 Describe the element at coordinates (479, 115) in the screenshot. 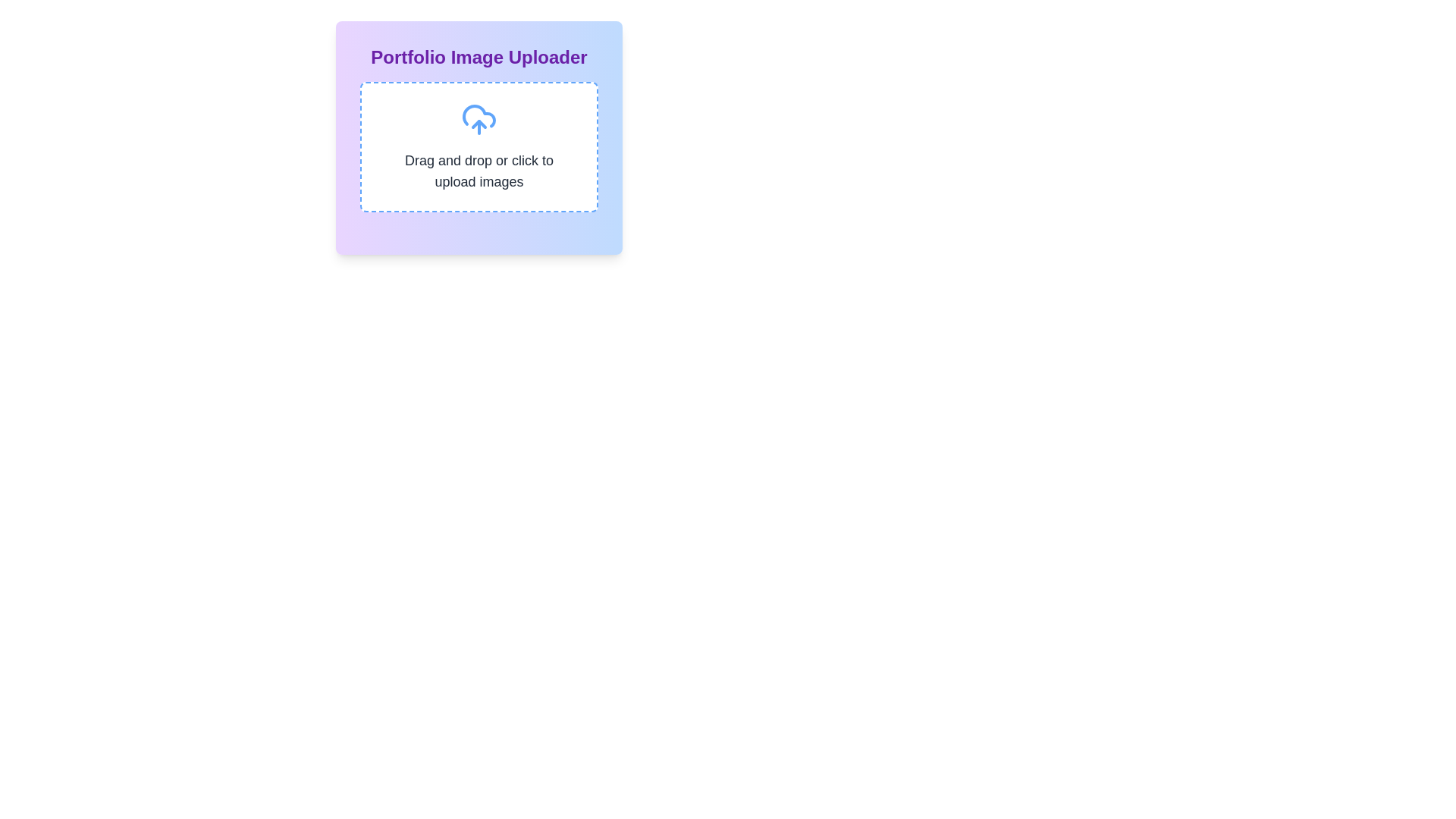

I see `the uppermost line segment of the cloud outline in the 'Portfolio Image Uploader' widget, which visually represents the concept of uploading files` at that location.